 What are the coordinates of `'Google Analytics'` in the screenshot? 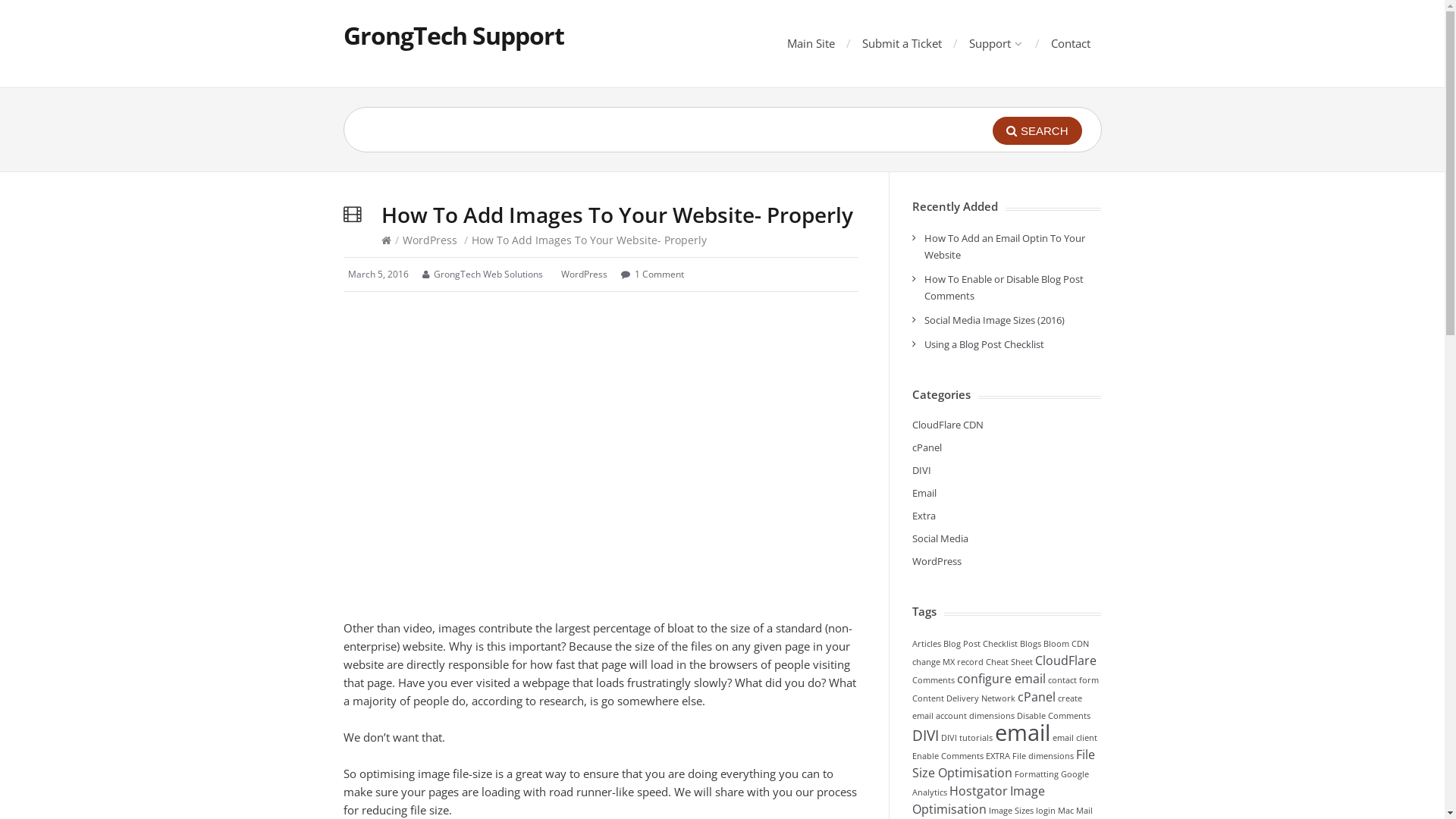 It's located at (999, 783).